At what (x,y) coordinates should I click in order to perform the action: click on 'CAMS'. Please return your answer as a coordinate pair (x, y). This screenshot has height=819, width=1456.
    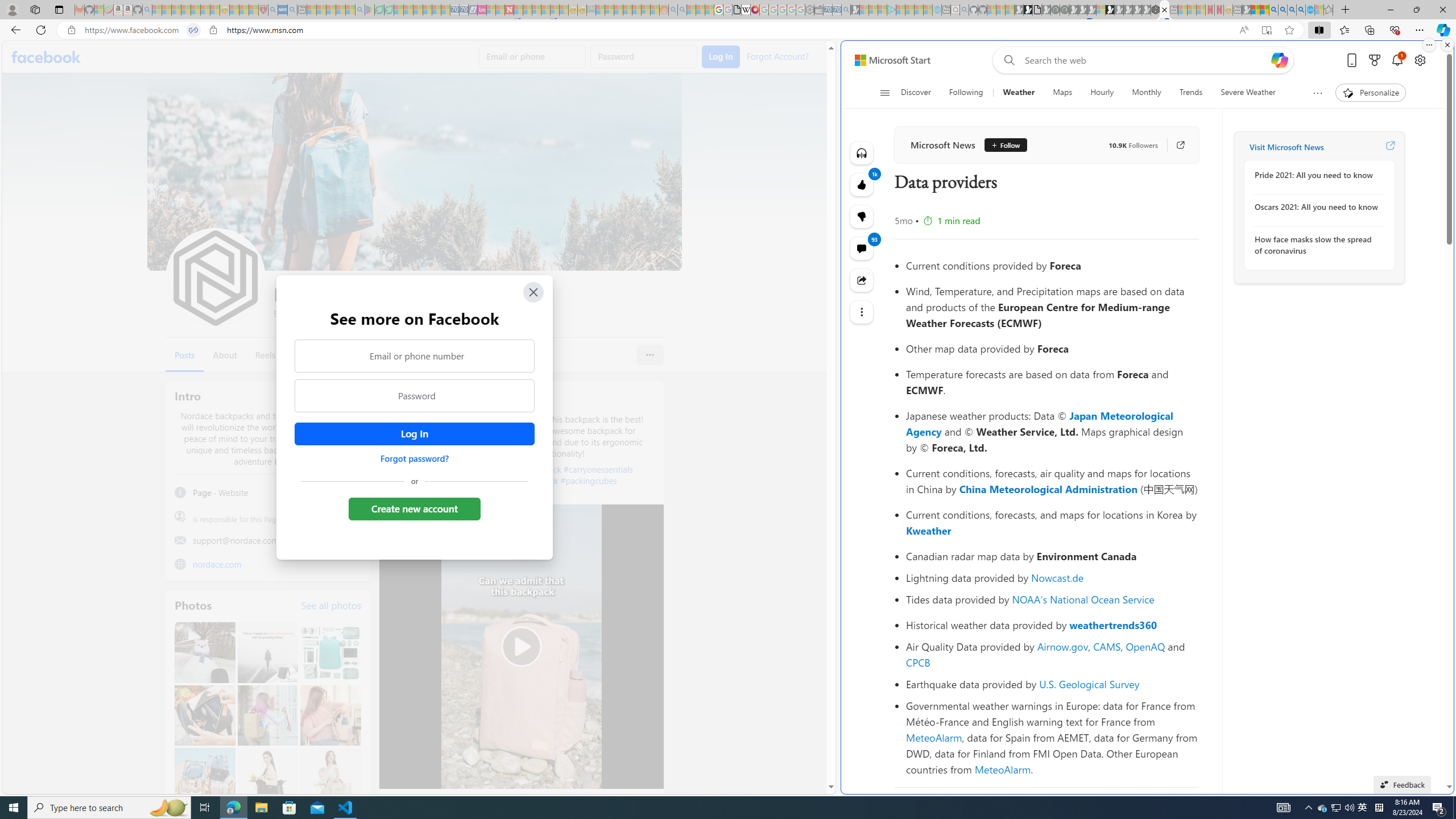
    Looking at the image, I should click on (1106, 646).